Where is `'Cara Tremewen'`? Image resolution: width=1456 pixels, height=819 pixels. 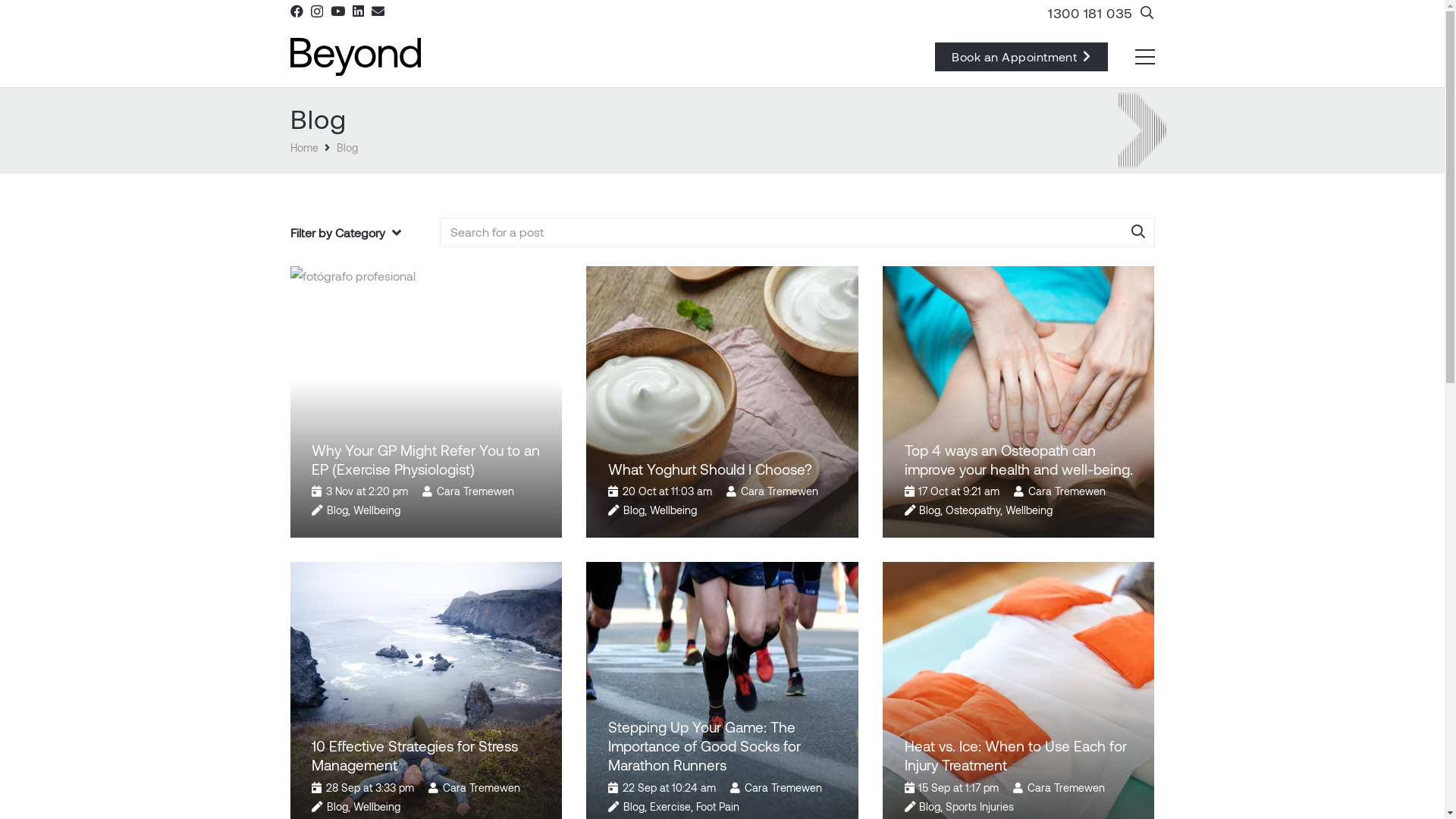
'Cara Tremewen' is located at coordinates (741, 491).